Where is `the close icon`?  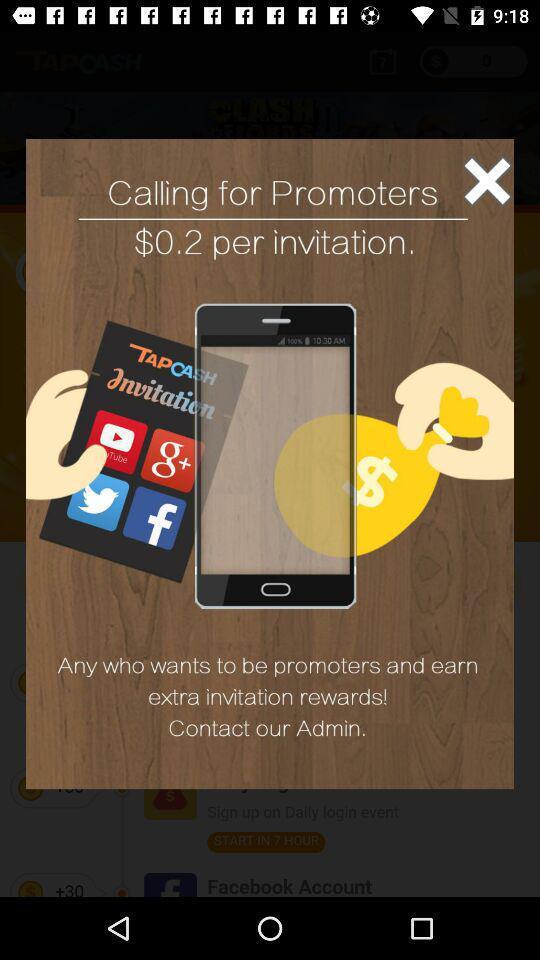 the close icon is located at coordinates (486, 181).